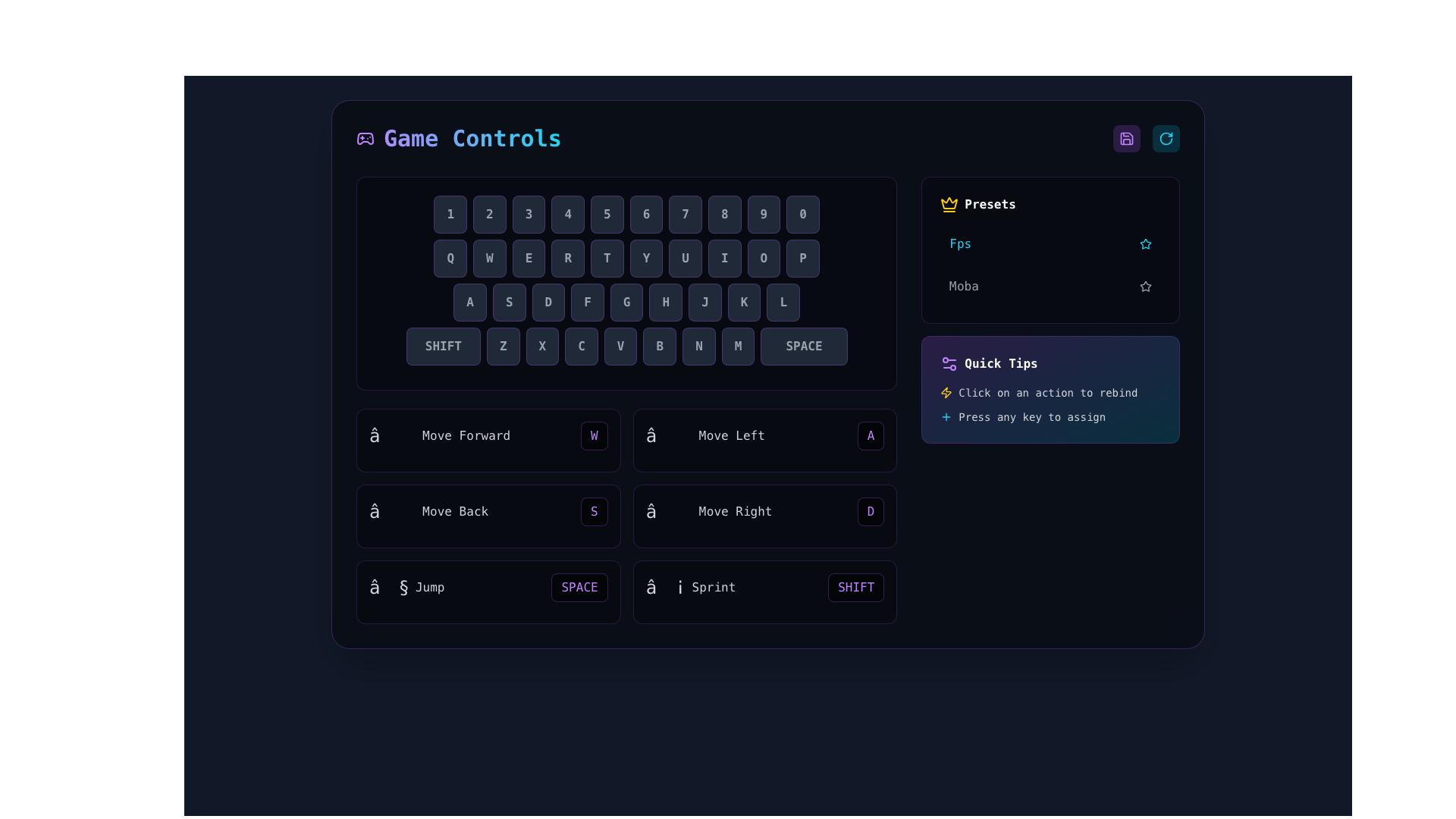  What do you see at coordinates (764, 214) in the screenshot?
I see `the button labeled '9' in the virtual keyboard` at bounding box center [764, 214].